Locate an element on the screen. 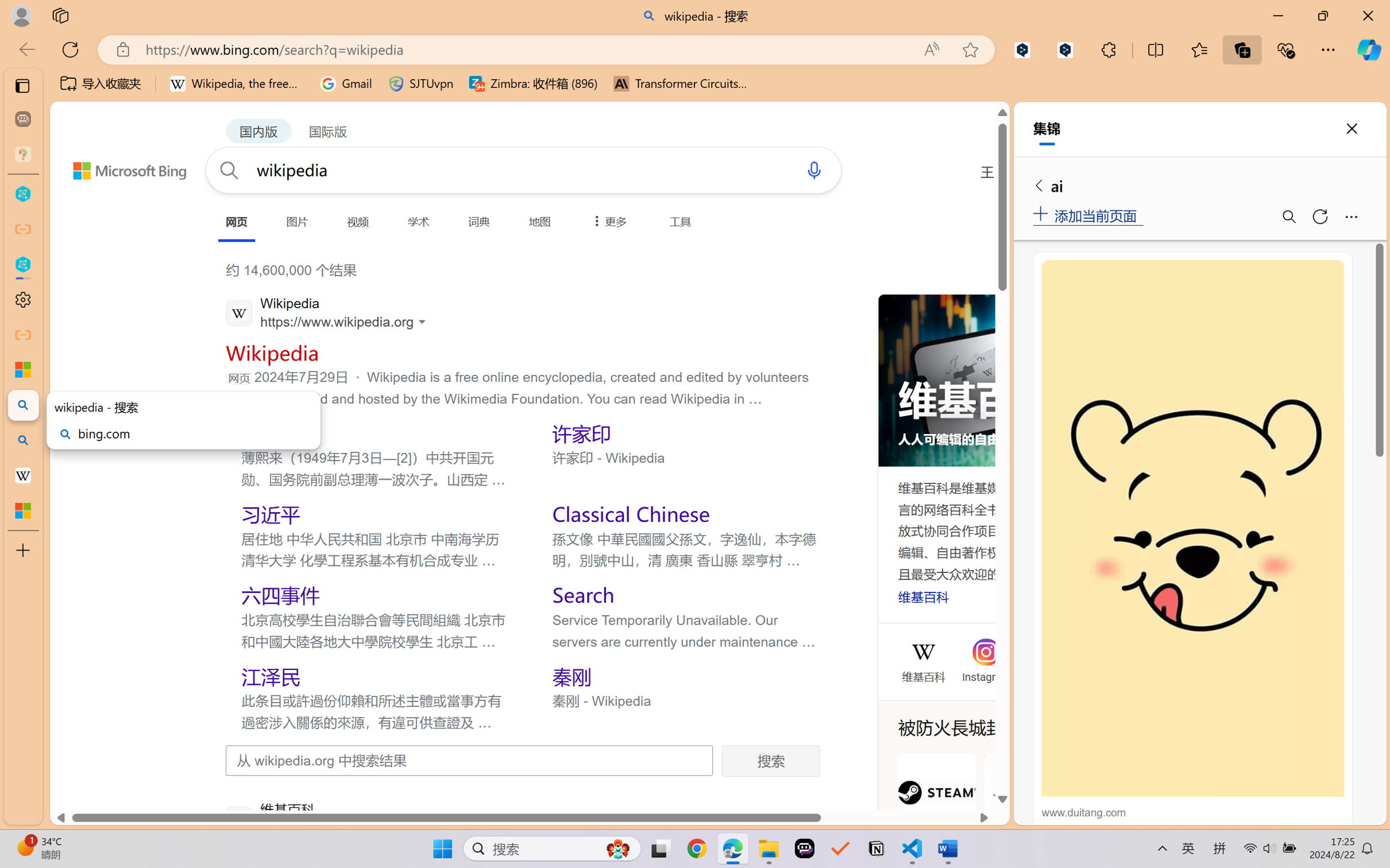  'SJTUvpn' is located at coordinates (420, 83).